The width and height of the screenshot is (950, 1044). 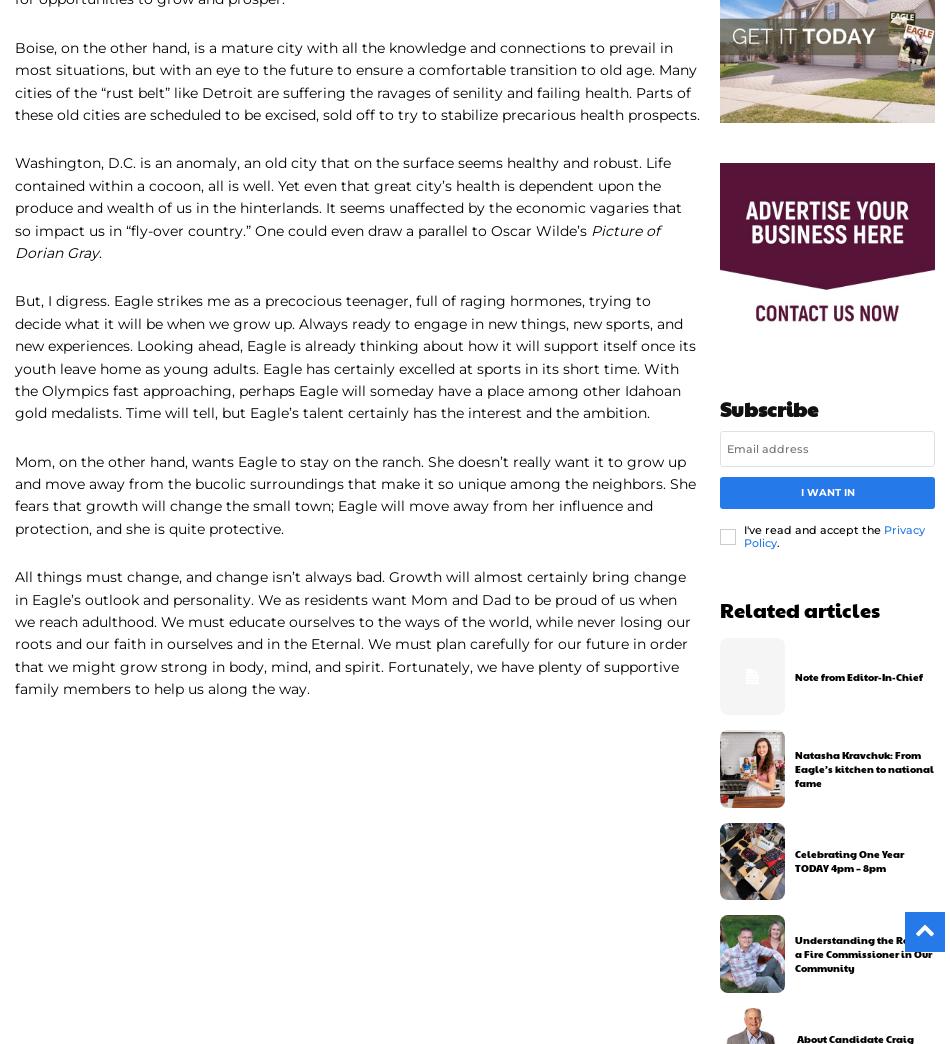 I want to click on 'Natasha Kravchuk: From Eagle’s kitchen to national fame', so click(x=862, y=769).